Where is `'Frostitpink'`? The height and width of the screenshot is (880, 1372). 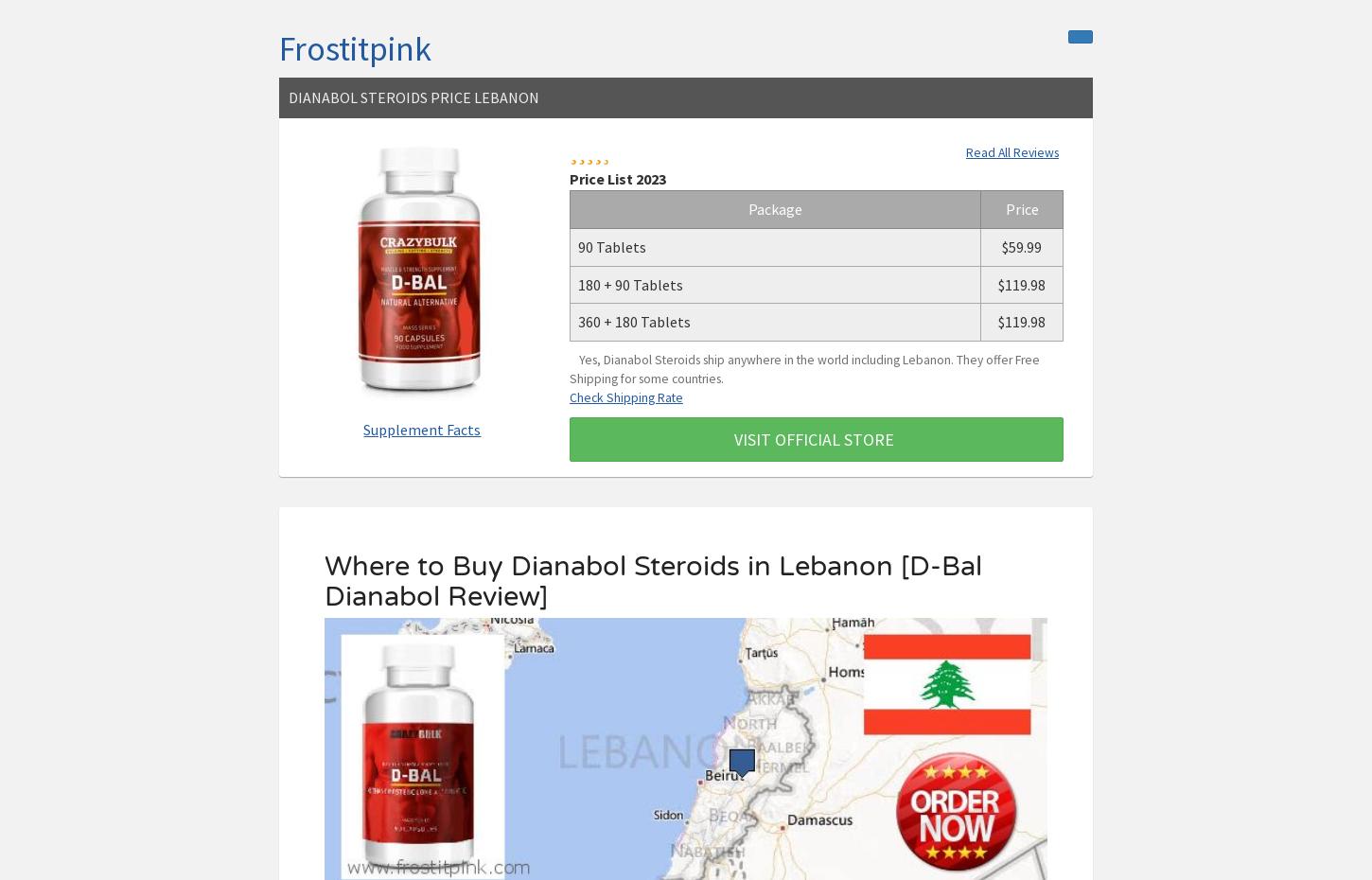
'Frostitpink' is located at coordinates (278, 47).